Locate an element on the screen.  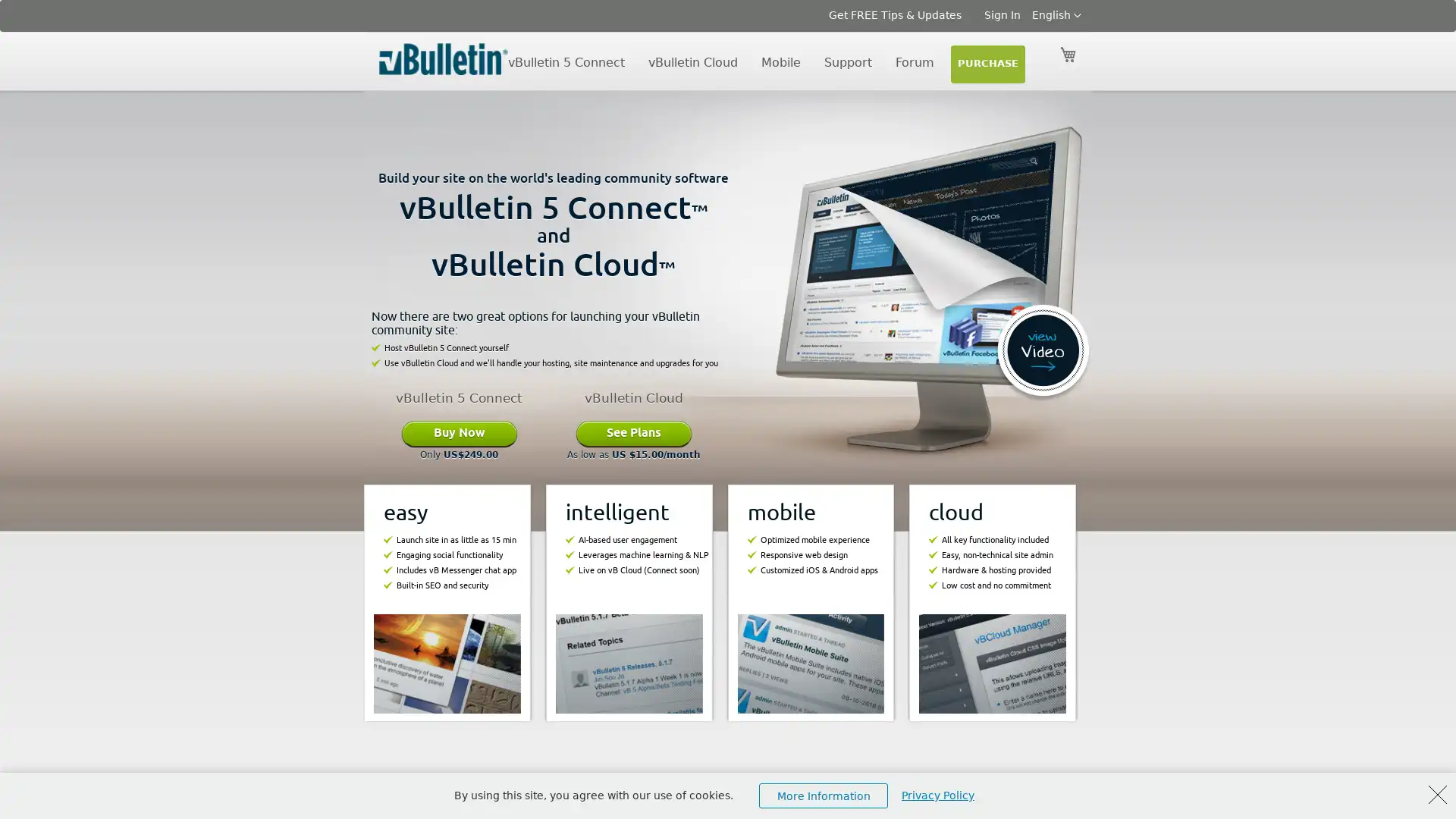
See Plans is located at coordinates (633, 432).